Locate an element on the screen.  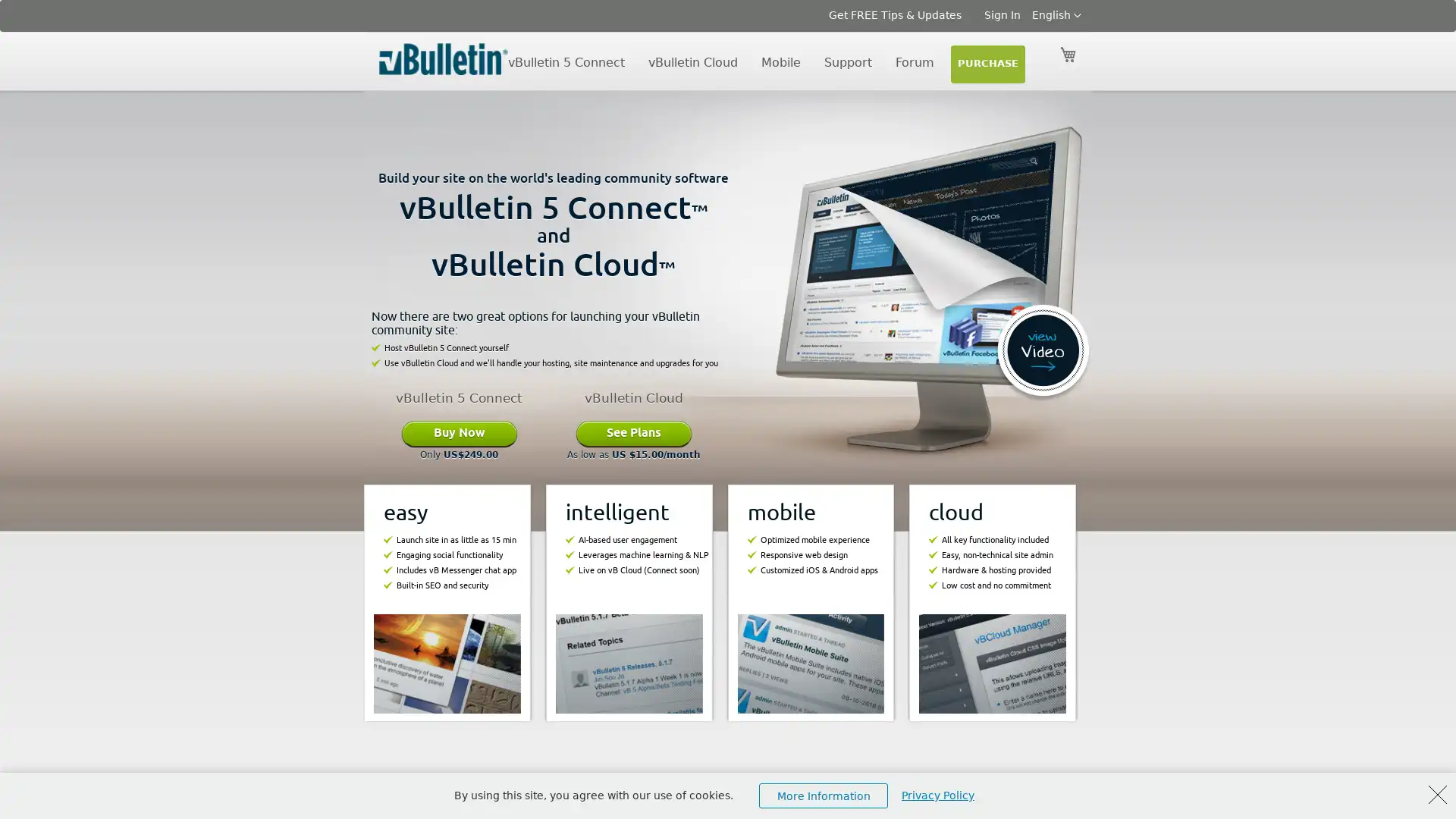
See Plans is located at coordinates (633, 432).